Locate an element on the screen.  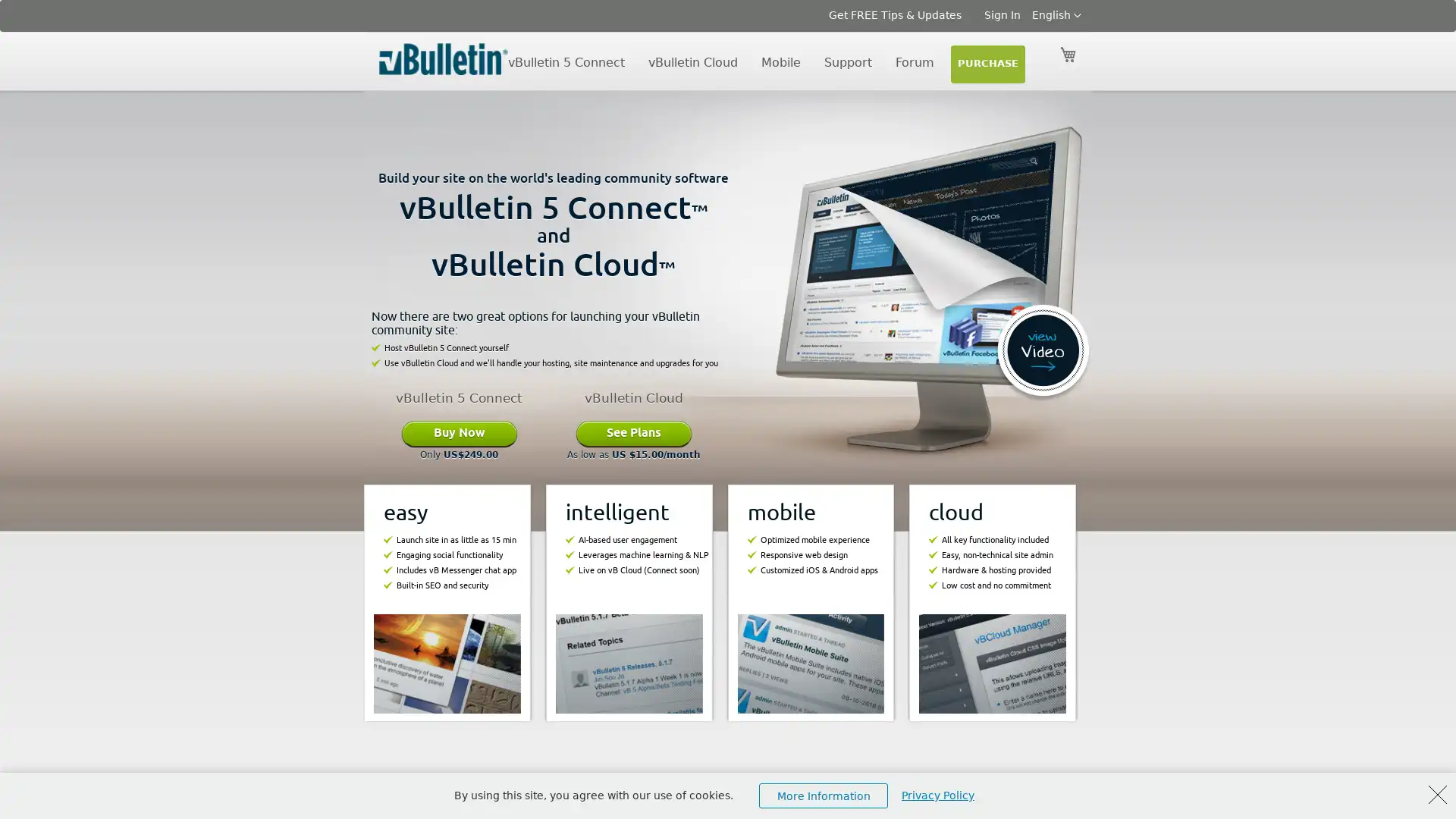
See Plans is located at coordinates (633, 432).